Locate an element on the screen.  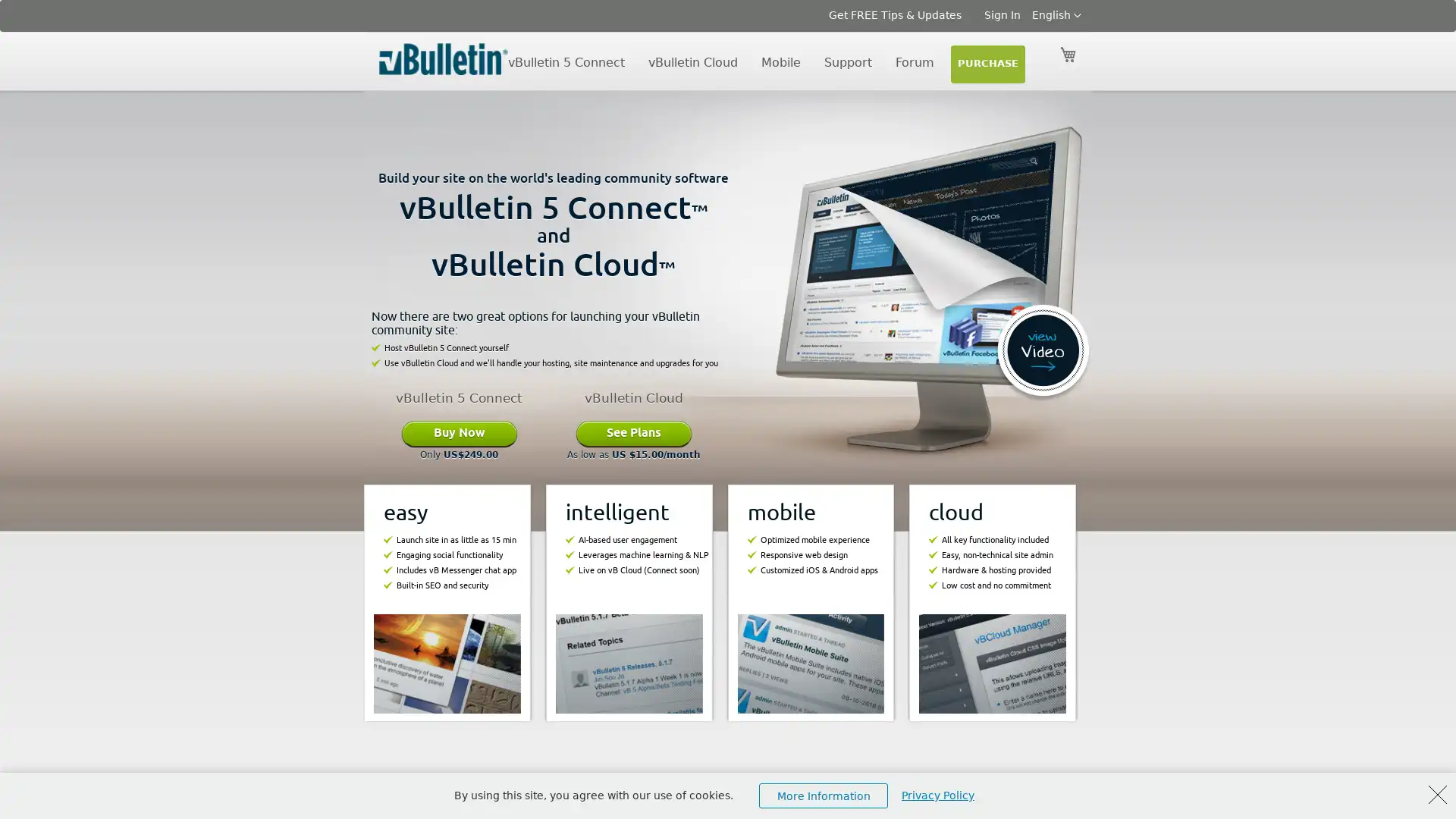
See Plans is located at coordinates (633, 432).